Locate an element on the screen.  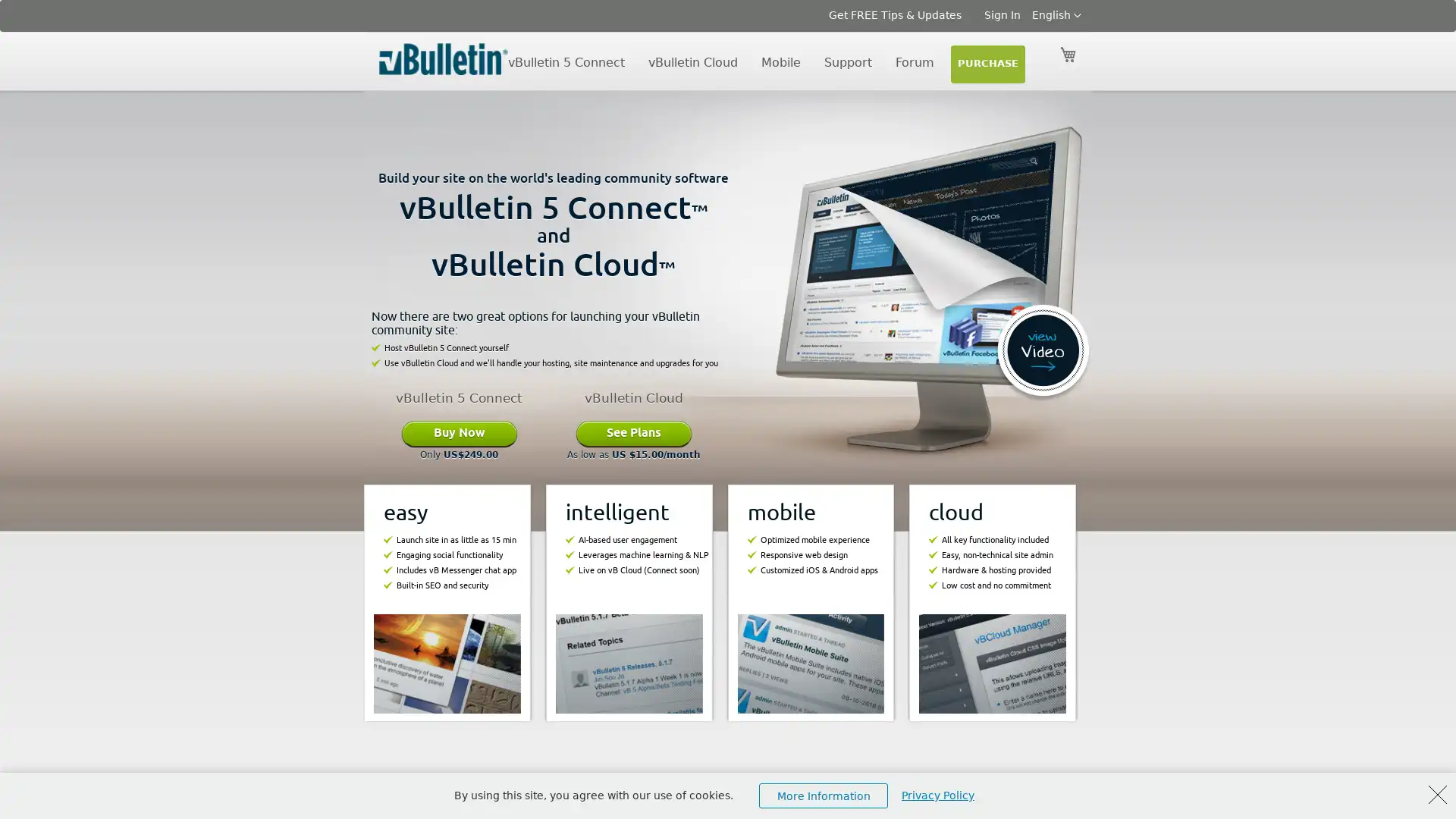
See Plans is located at coordinates (633, 432).